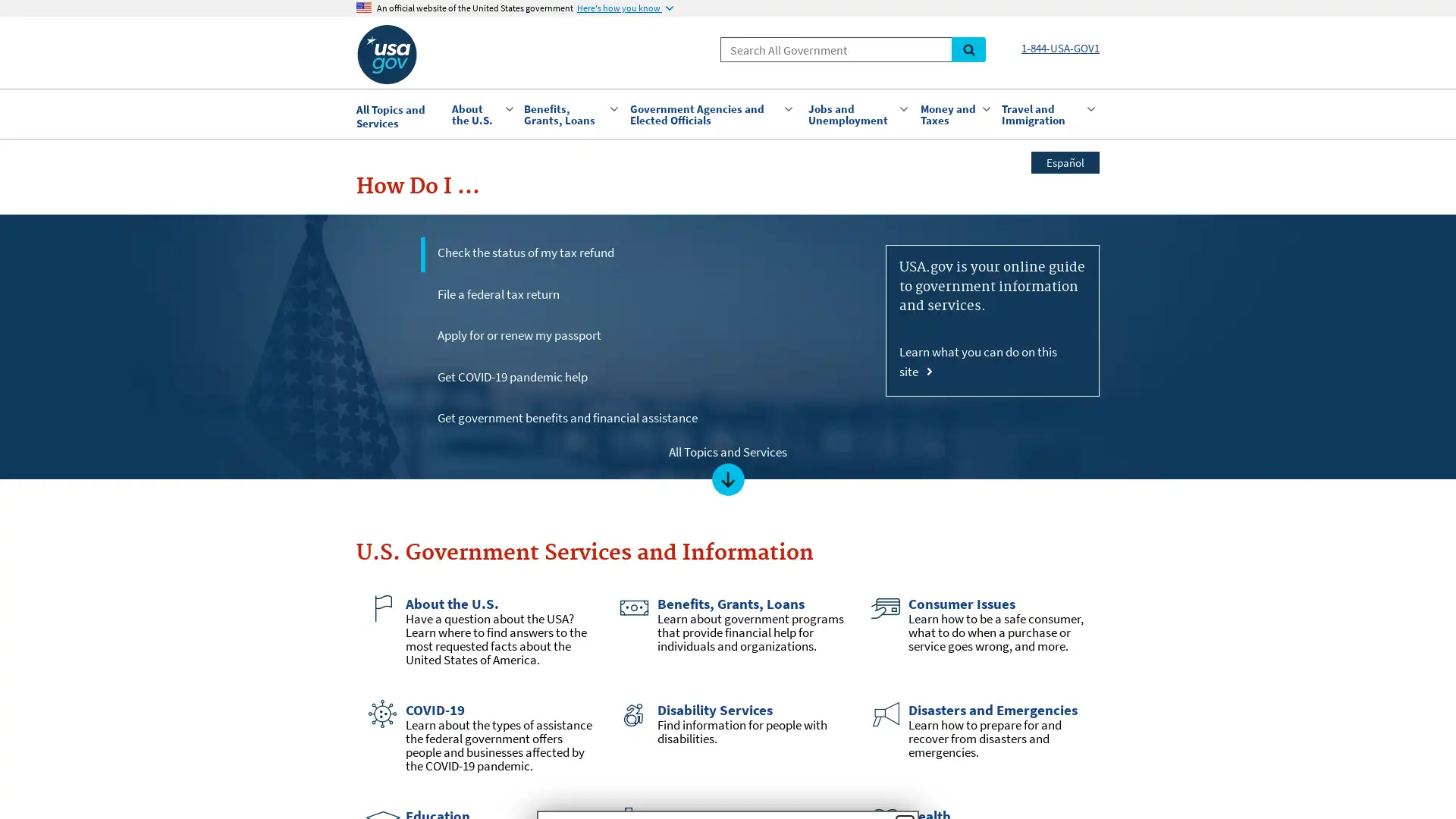  What do you see at coordinates (568, 113) in the screenshot?
I see `Benefits, Grants, Loans` at bounding box center [568, 113].